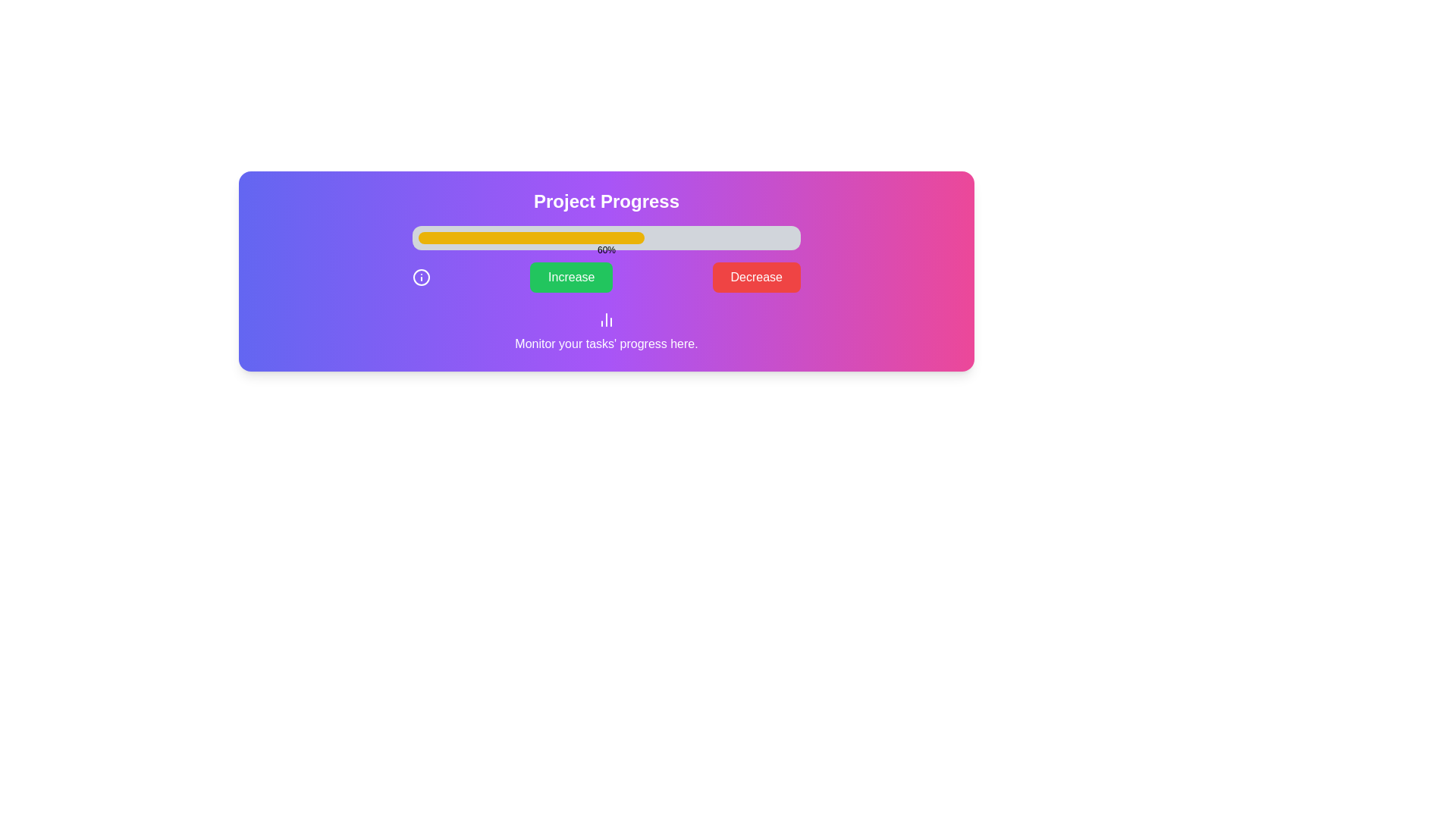 This screenshot has height=819, width=1456. I want to click on the 'Increase' button, which is a rectangular button with a green background and white text located centrally beneath a progress bar labeled '60%', so click(570, 278).